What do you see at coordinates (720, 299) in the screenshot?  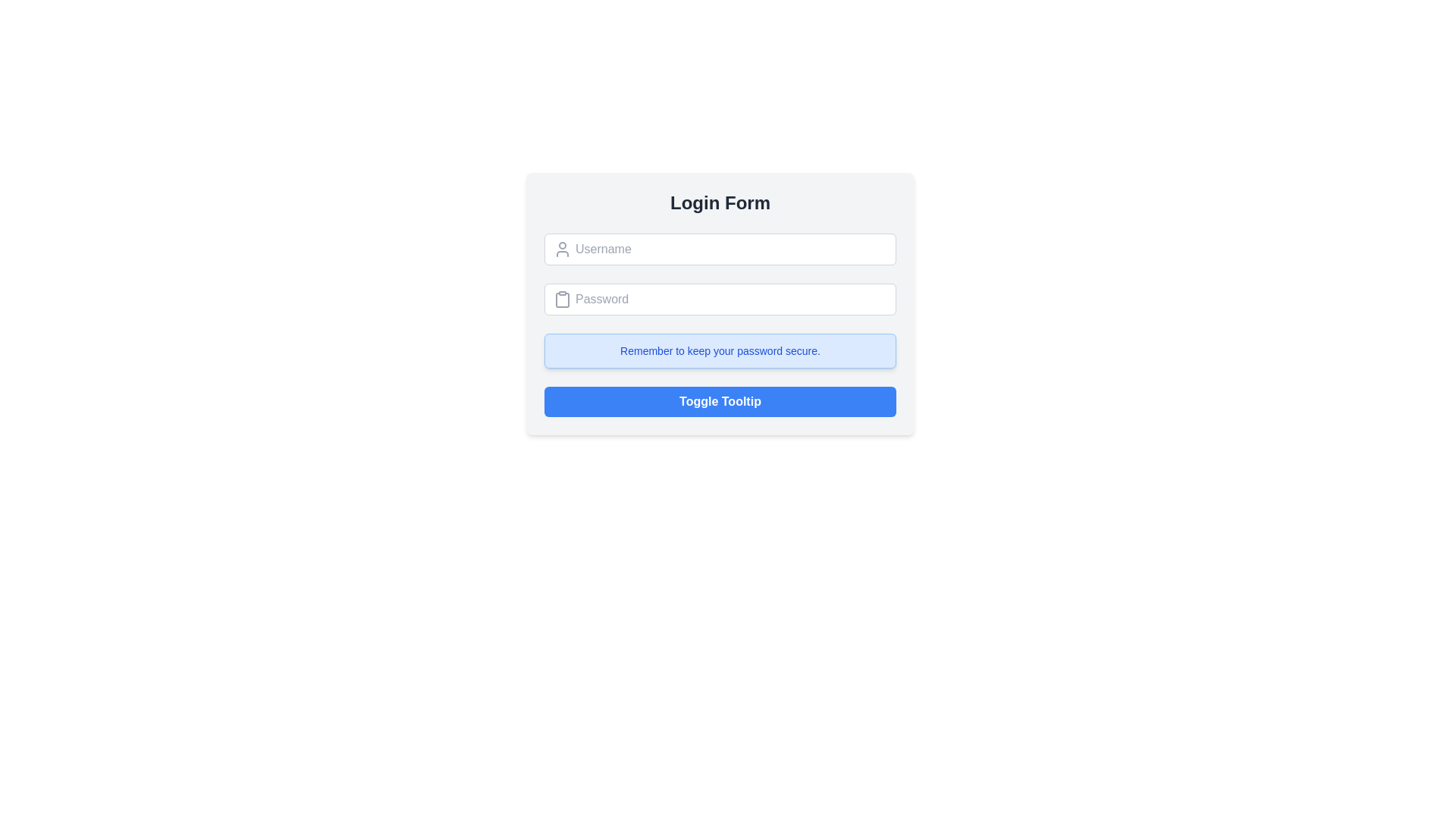 I see `the password input field located in the middle of the login form to focus on it, allowing the user to enter their password securely` at bounding box center [720, 299].